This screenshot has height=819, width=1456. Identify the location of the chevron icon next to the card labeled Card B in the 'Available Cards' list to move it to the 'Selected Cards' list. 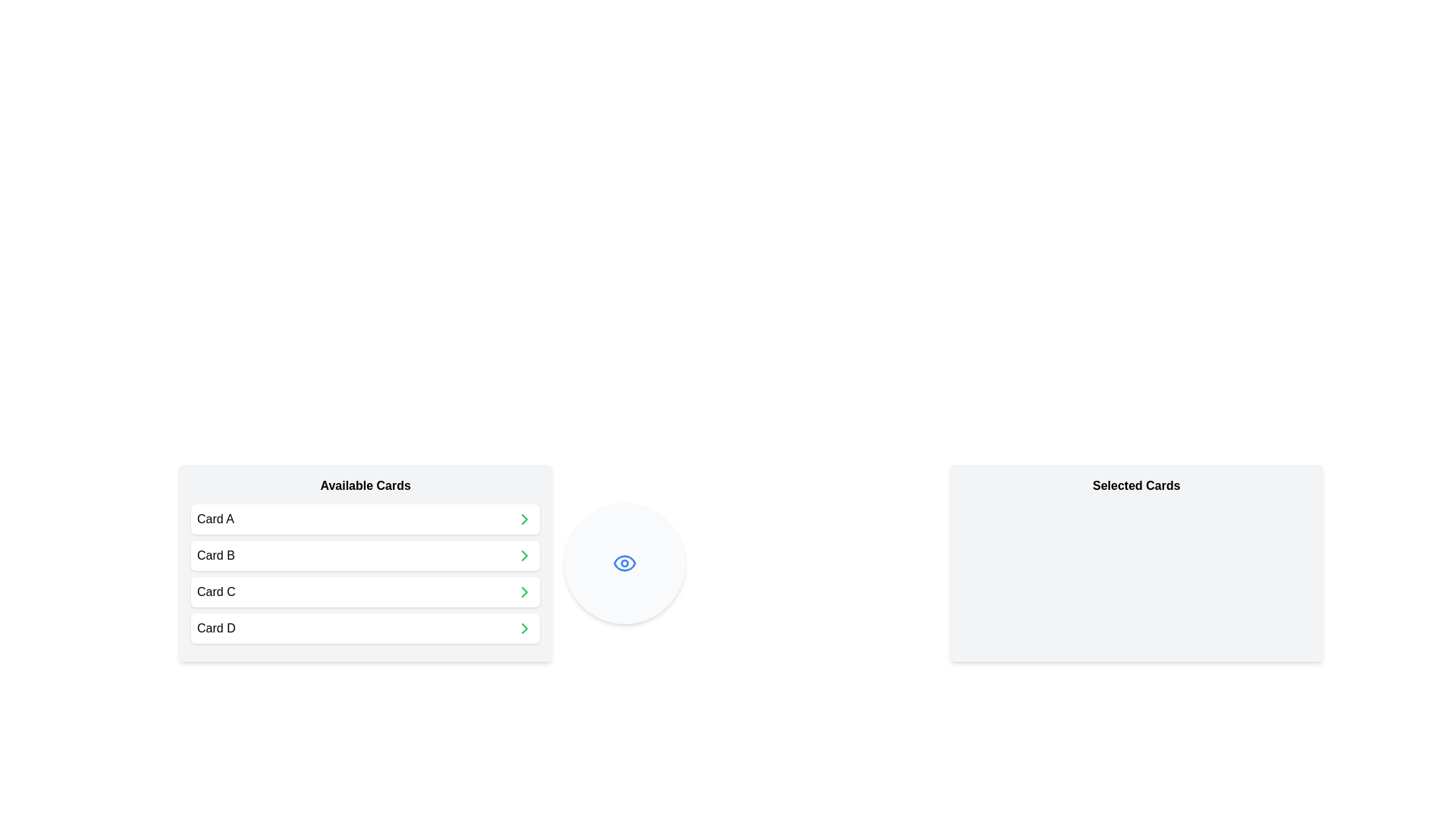
(525, 555).